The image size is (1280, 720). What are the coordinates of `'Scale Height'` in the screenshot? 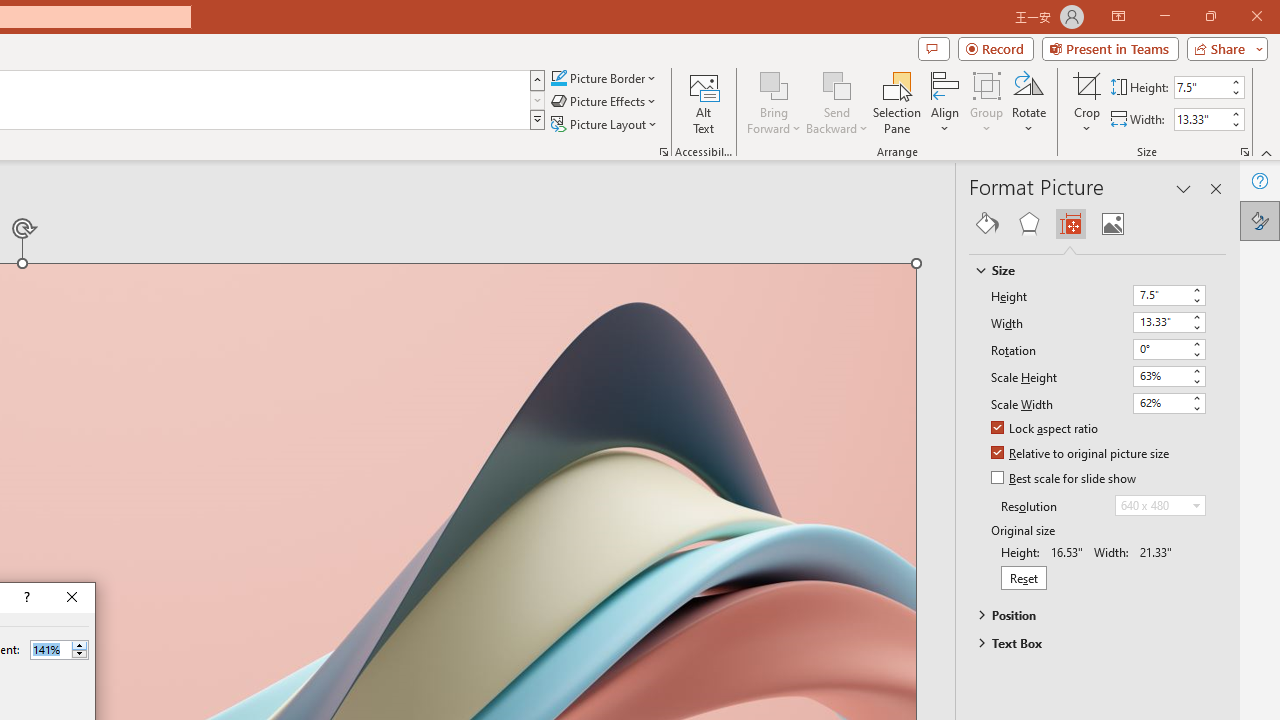 It's located at (1160, 376).